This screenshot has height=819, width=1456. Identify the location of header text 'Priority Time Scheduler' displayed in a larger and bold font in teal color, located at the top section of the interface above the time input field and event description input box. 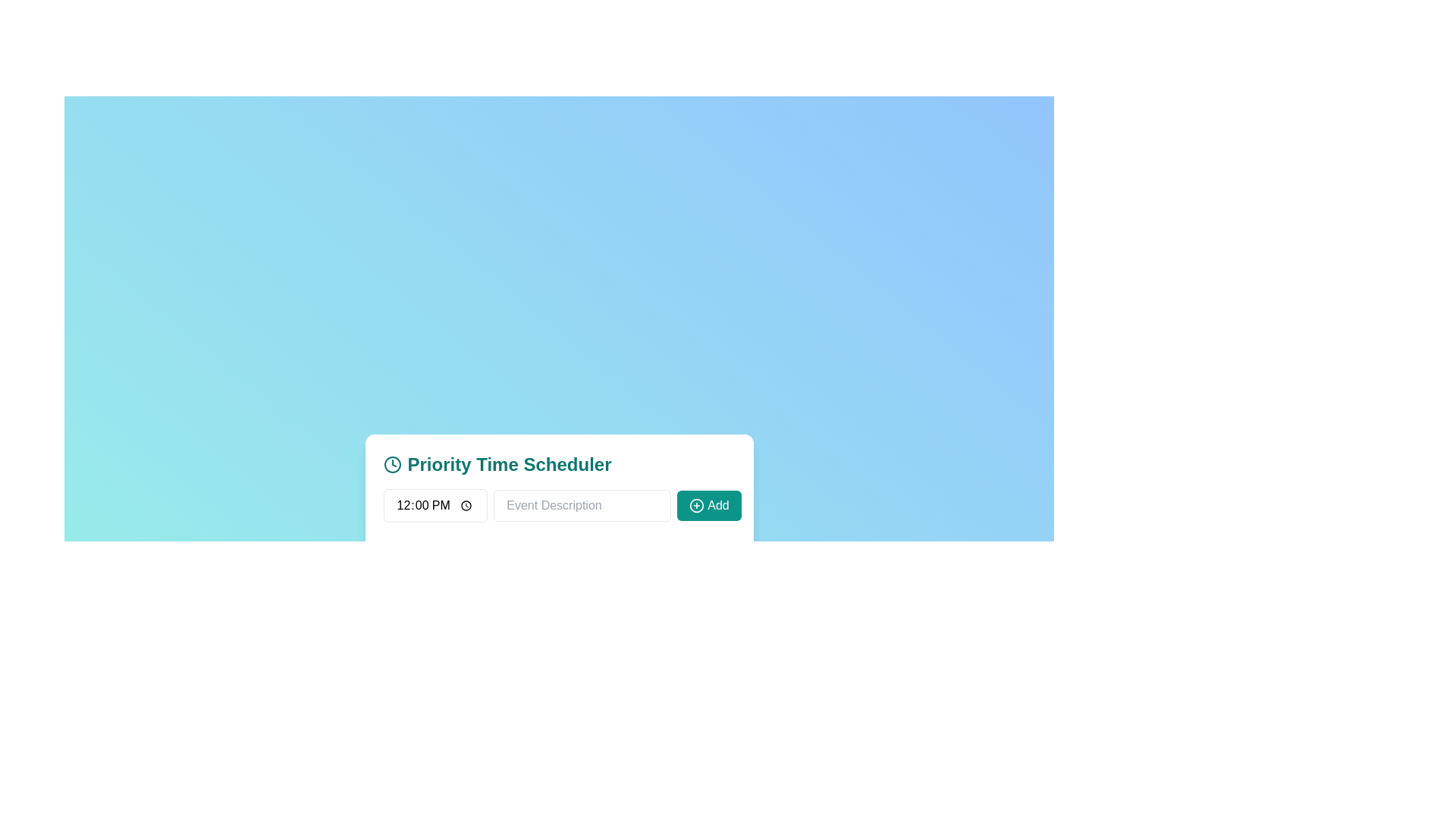
(558, 464).